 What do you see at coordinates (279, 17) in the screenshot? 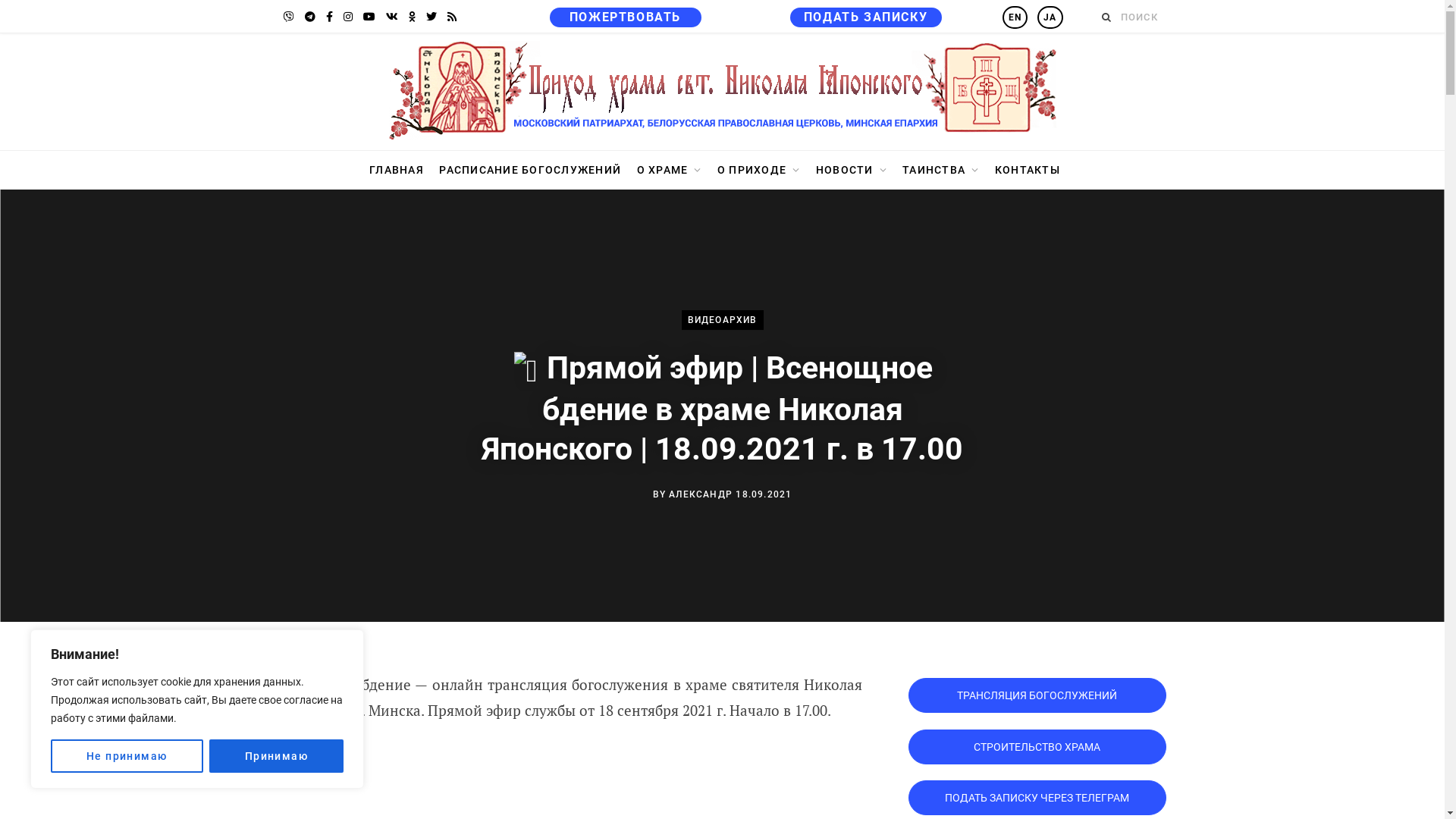
I see `'Steam'` at bounding box center [279, 17].